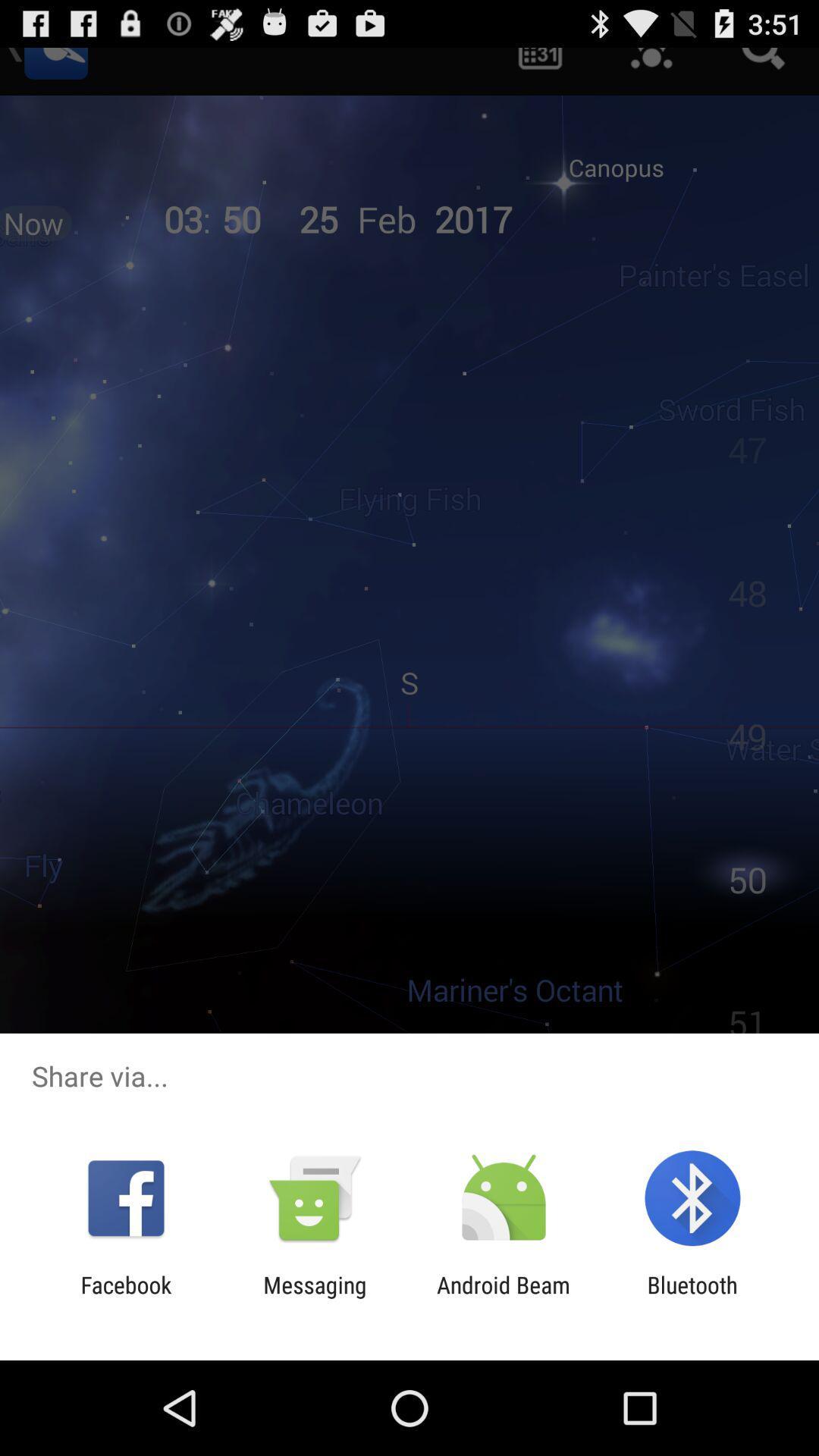 The image size is (819, 1456). What do you see at coordinates (692, 1298) in the screenshot?
I see `app next to the android beam item` at bounding box center [692, 1298].